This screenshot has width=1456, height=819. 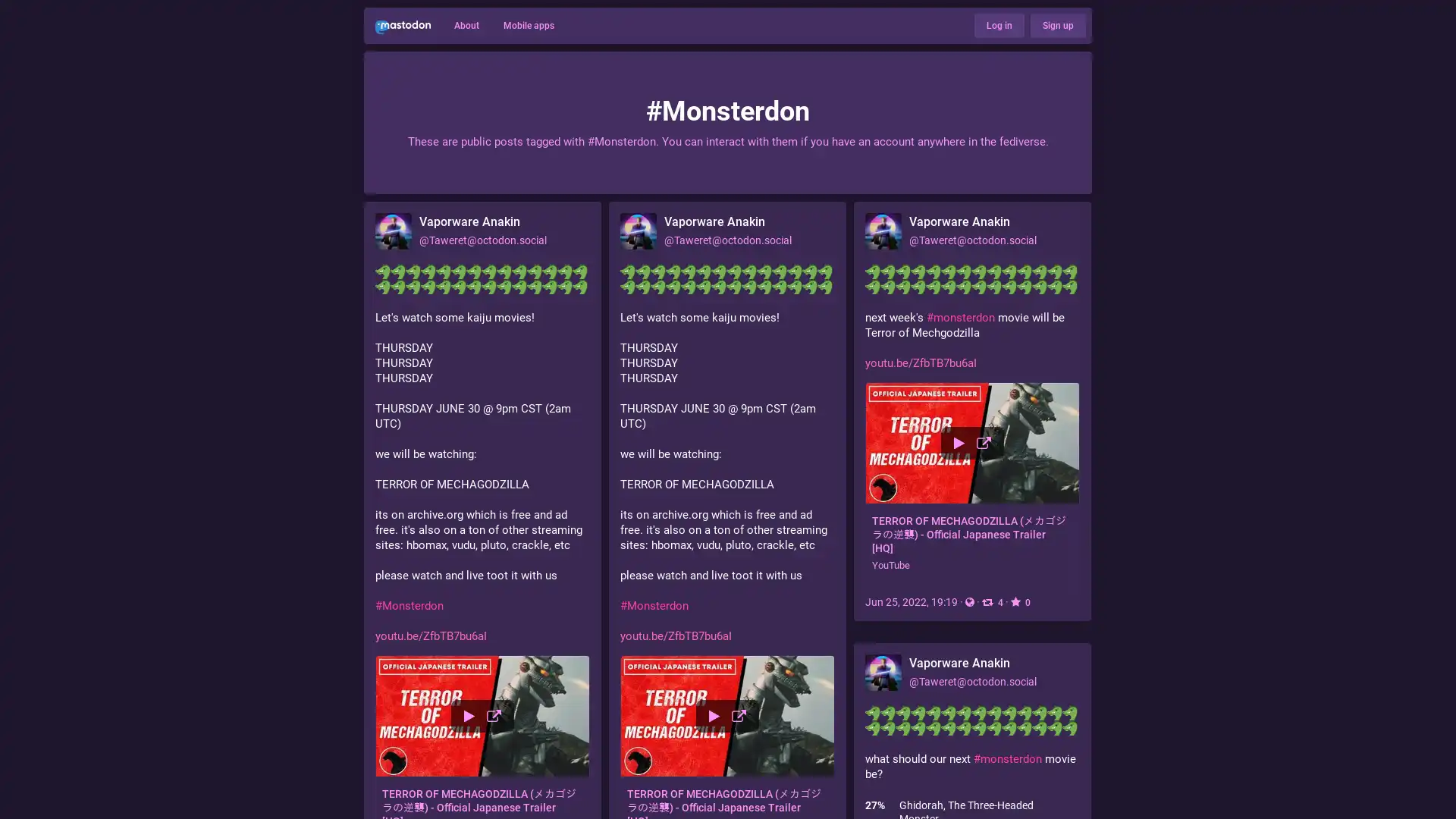 What do you see at coordinates (972, 482) in the screenshot?
I see `TERROR OF MECHAGODZILLA () - Official Japanese Trailer [HQ] YouTube` at bounding box center [972, 482].